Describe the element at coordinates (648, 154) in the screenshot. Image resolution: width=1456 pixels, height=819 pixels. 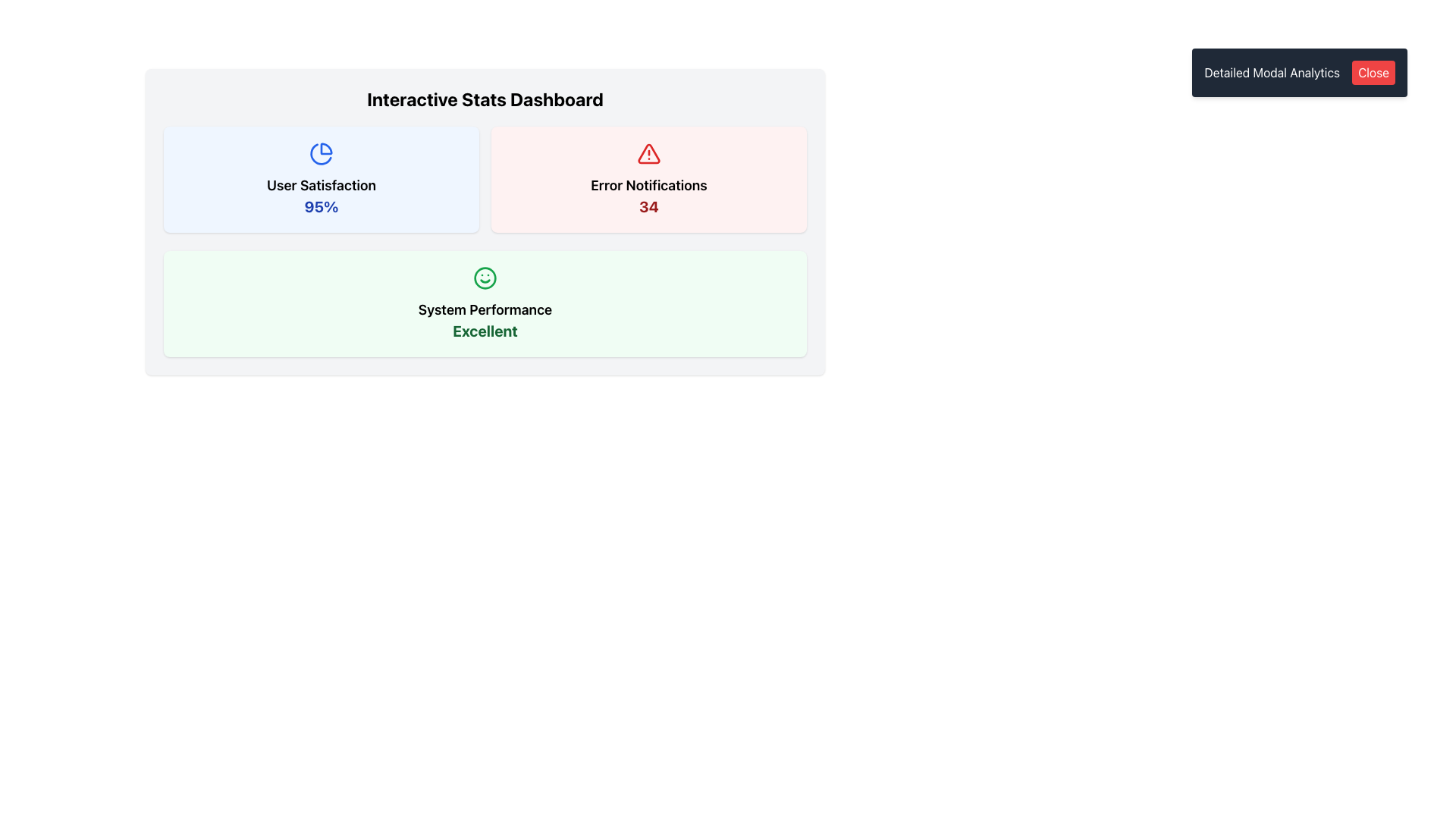
I see `the warning icon indicating error notifications located in the top-right panel of the dashboard interface, positioned above 'Error Notifications' and the number '34'` at that location.